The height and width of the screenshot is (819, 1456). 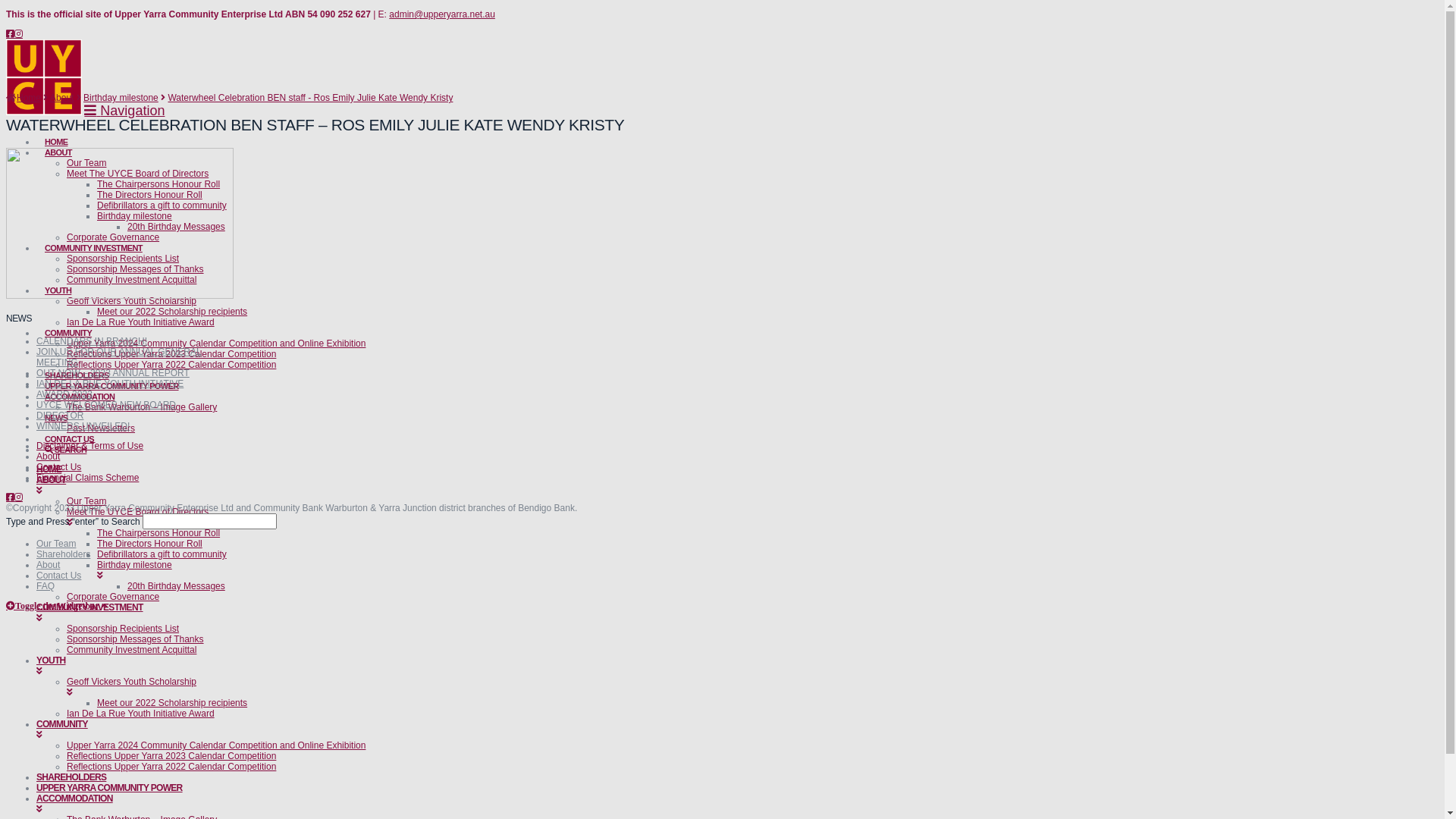 What do you see at coordinates (124, 110) in the screenshot?
I see `'Navigation'` at bounding box center [124, 110].